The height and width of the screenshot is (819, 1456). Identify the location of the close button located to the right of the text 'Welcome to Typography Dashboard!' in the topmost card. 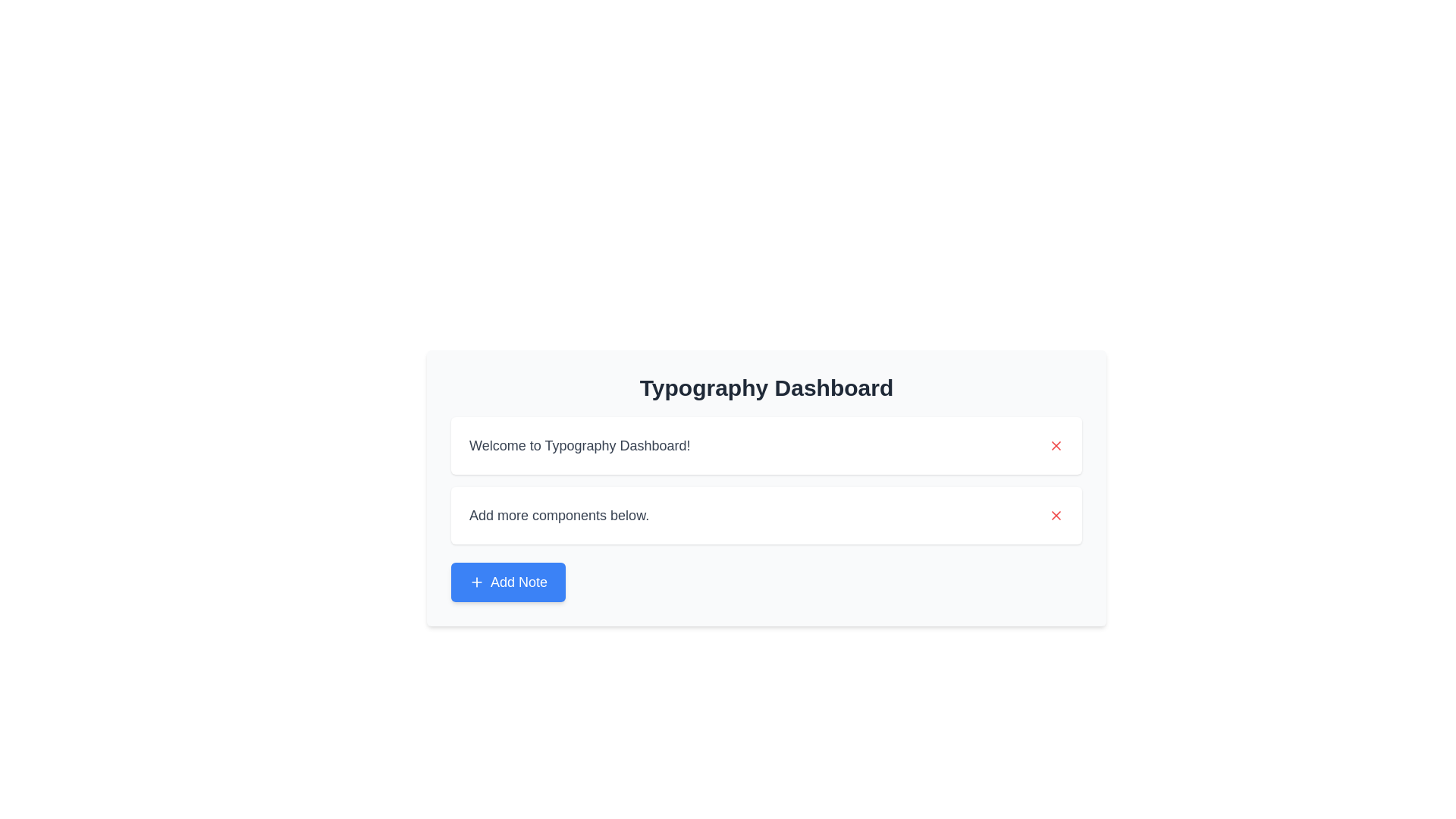
(1055, 444).